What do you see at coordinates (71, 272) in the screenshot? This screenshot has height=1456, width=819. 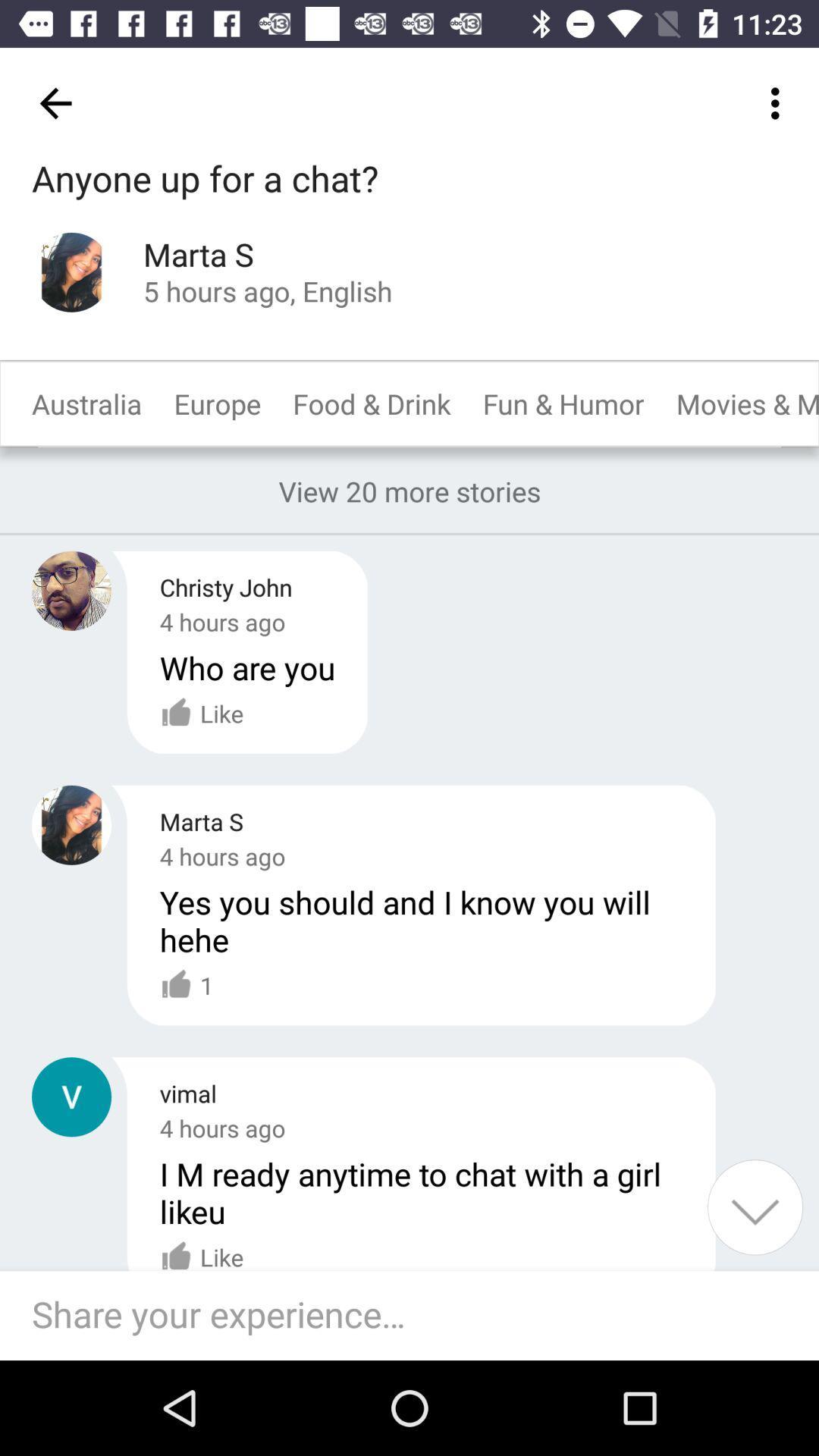 I see `the profile` at bounding box center [71, 272].